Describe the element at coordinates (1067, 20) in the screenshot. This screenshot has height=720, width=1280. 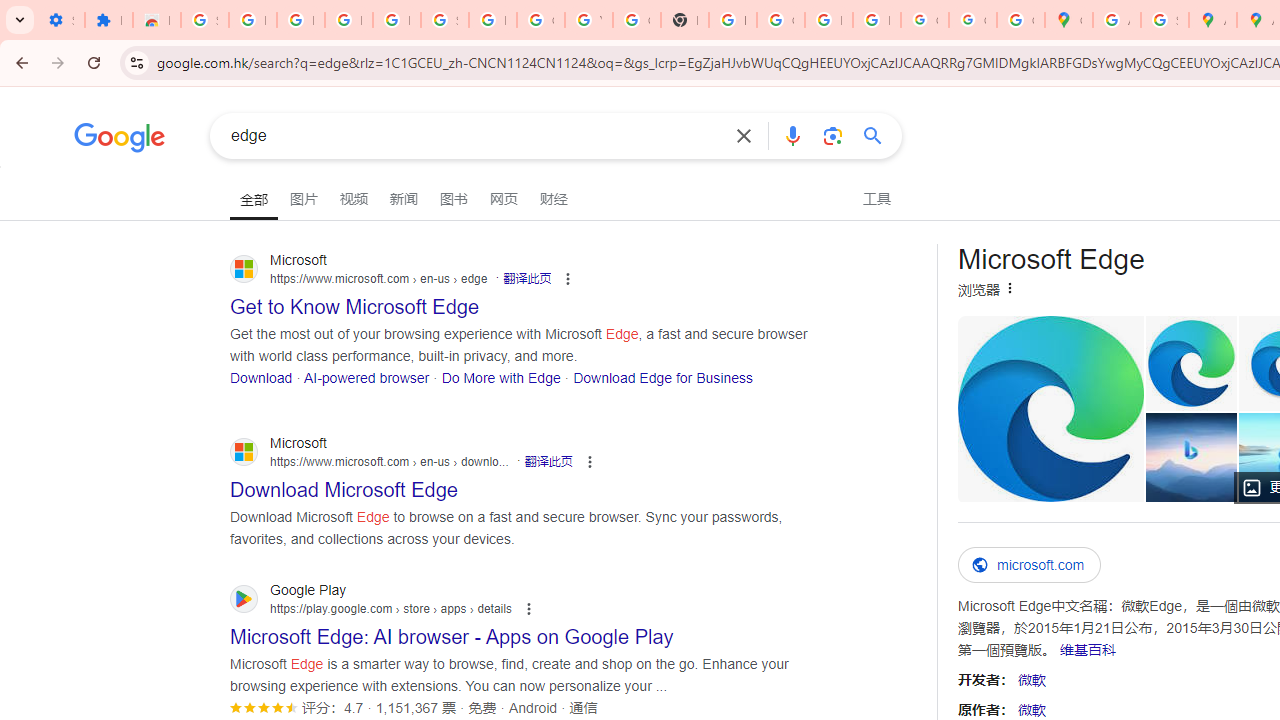
I see `'Google Maps'` at that location.